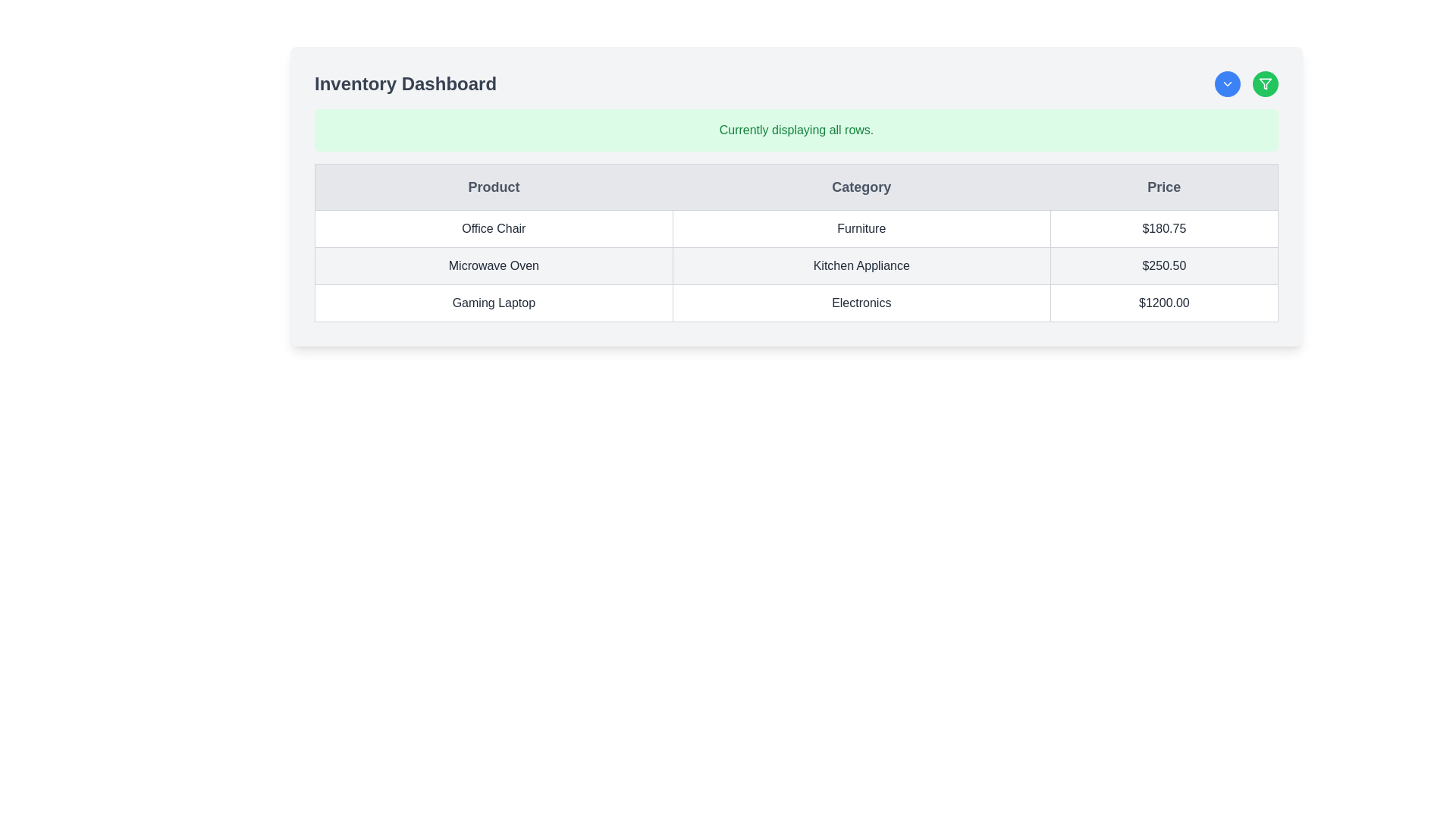  I want to click on the 'Gaming Laptop' text label element, which is a bold text in the leftmost column of the last row of a table, aligned with the 'Electronics' category and '$1200.00' price, so click(494, 303).